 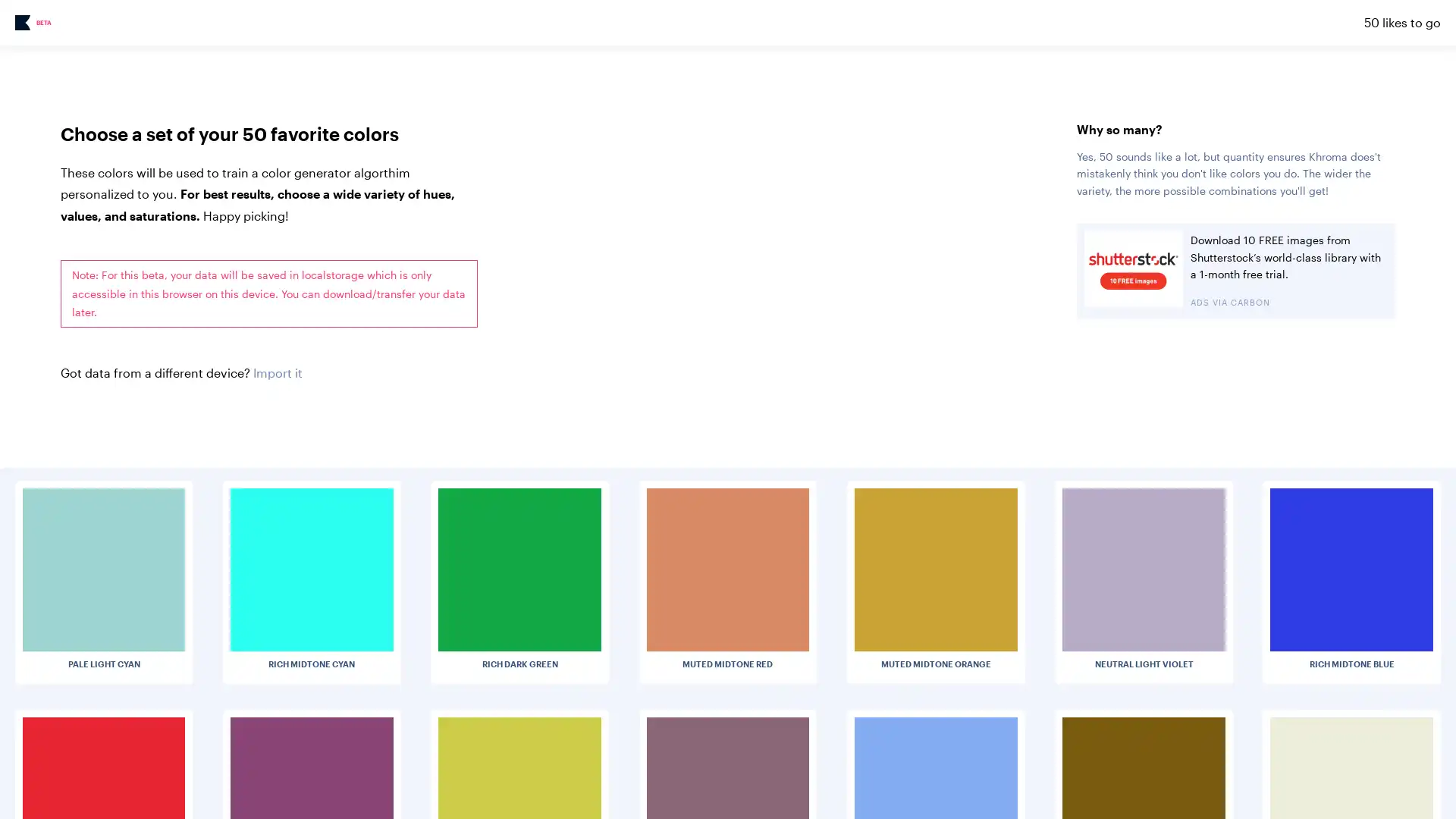 What do you see at coordinates (291, 374) in the screenshot?
I see `Choose File` at bounding box center [291, 374].